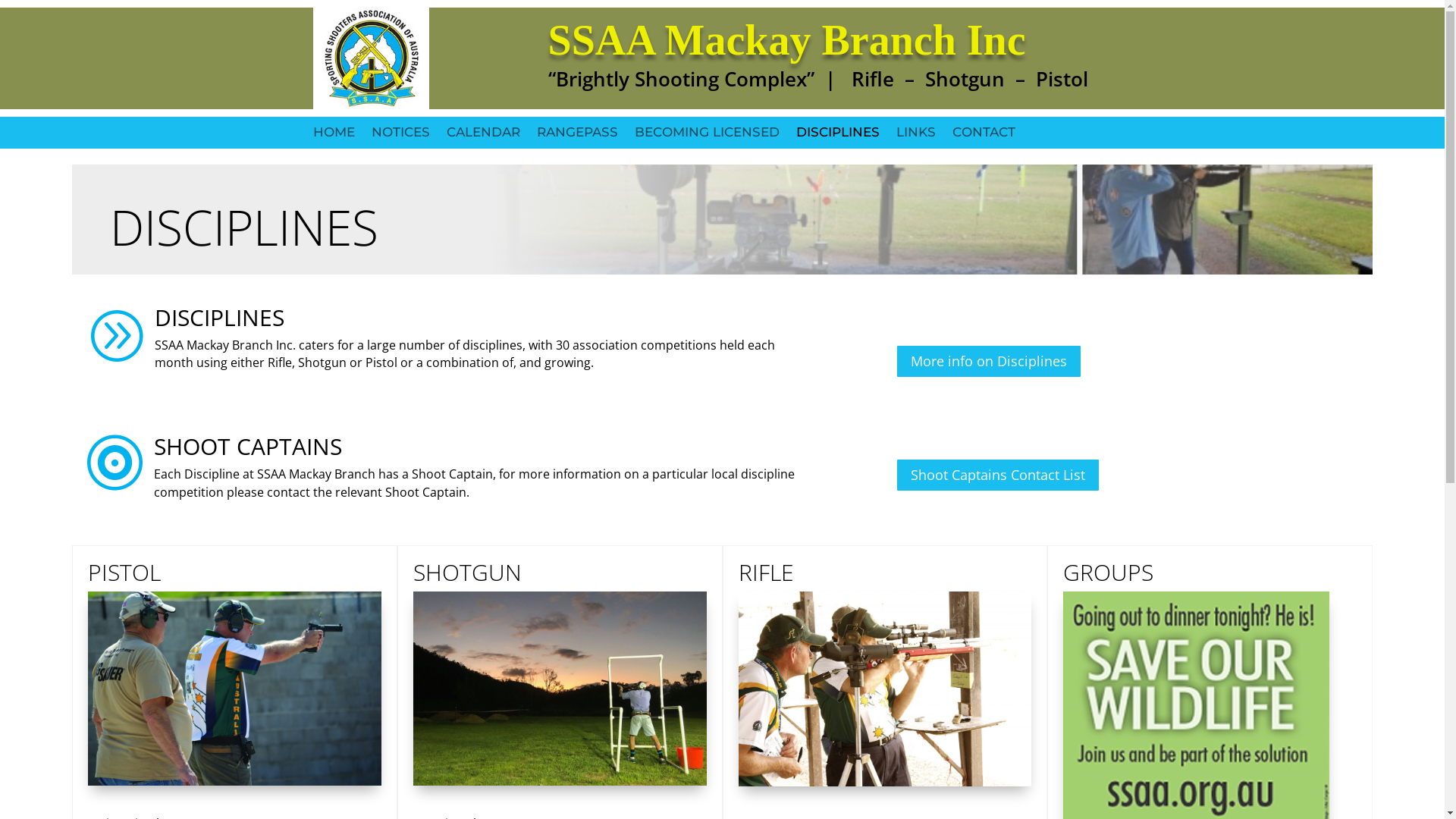  I want to click on 'CONTACT', so click(984, 140).